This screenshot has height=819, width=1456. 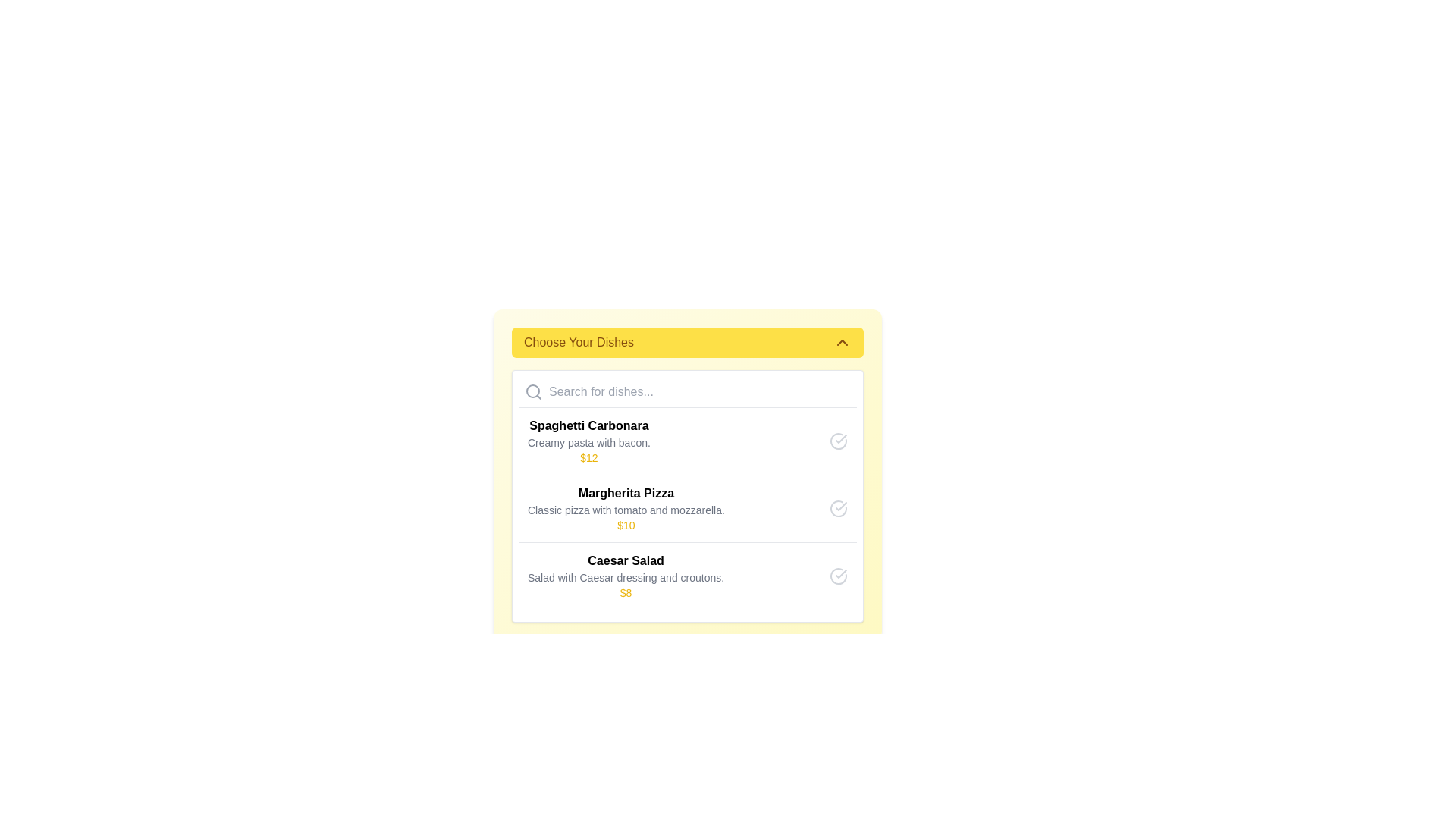 What do you see at coordinates (841, 342) in the screenshot?
I see `the chevron icon representing the dropdown toggle located at the end of the 'Choose Your Dishes' header bar` at bounding box center [841, 342].